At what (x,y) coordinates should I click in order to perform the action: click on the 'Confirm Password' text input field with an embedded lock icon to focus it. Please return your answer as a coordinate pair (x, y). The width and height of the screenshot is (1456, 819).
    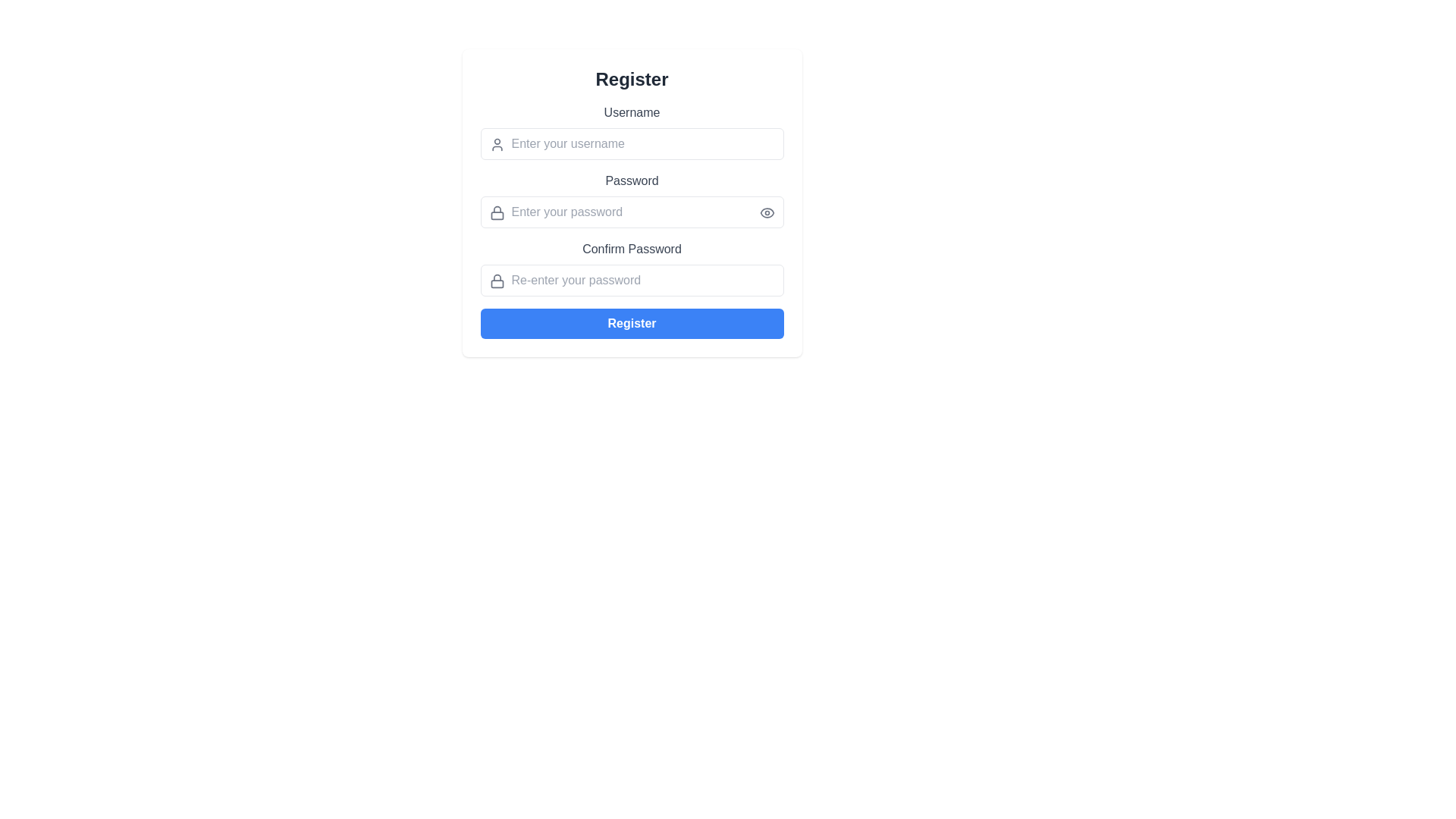
    Looking at the image, I should click on (632, 281).